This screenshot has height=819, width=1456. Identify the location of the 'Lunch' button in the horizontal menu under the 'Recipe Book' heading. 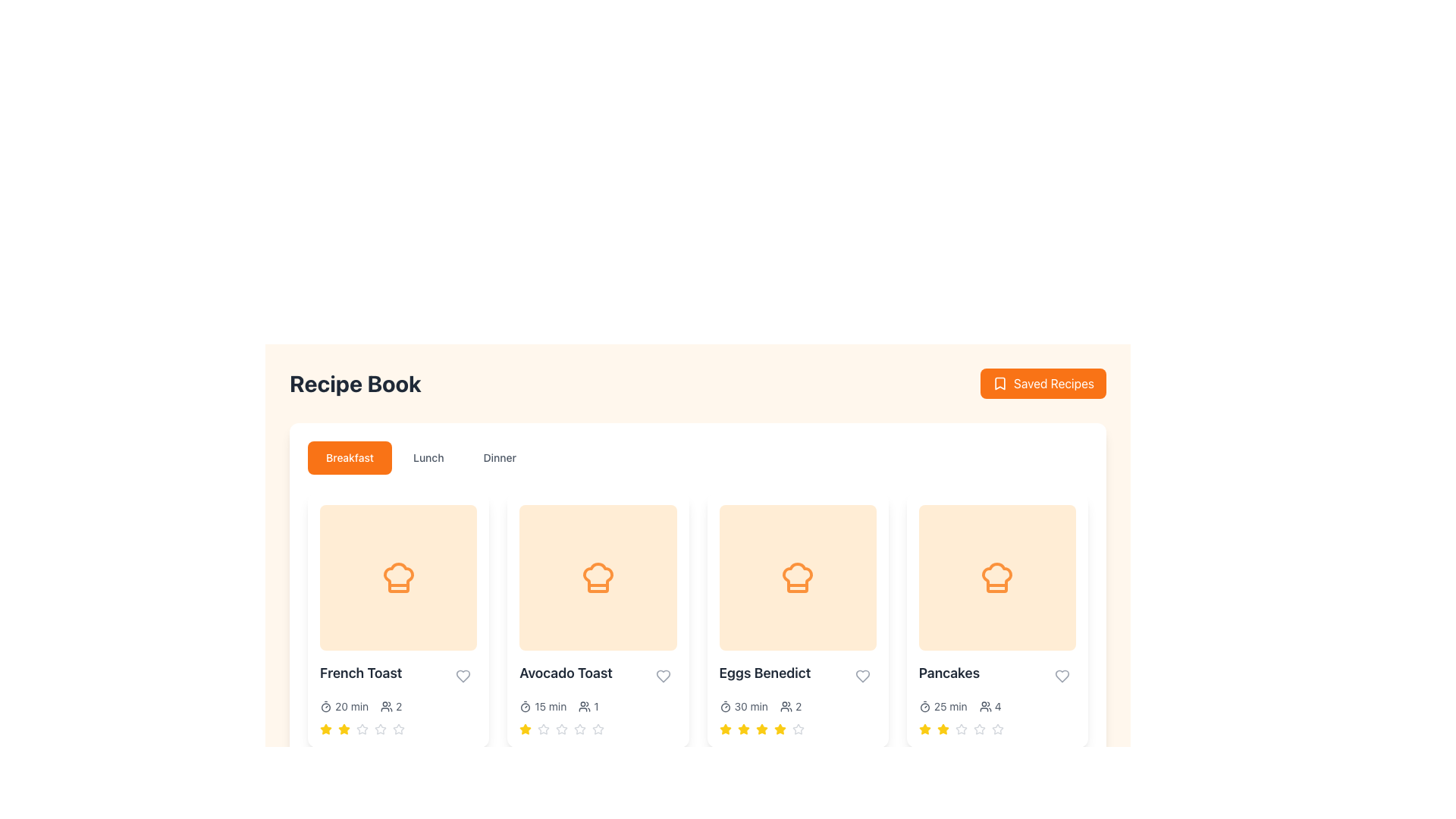
(428, 457).